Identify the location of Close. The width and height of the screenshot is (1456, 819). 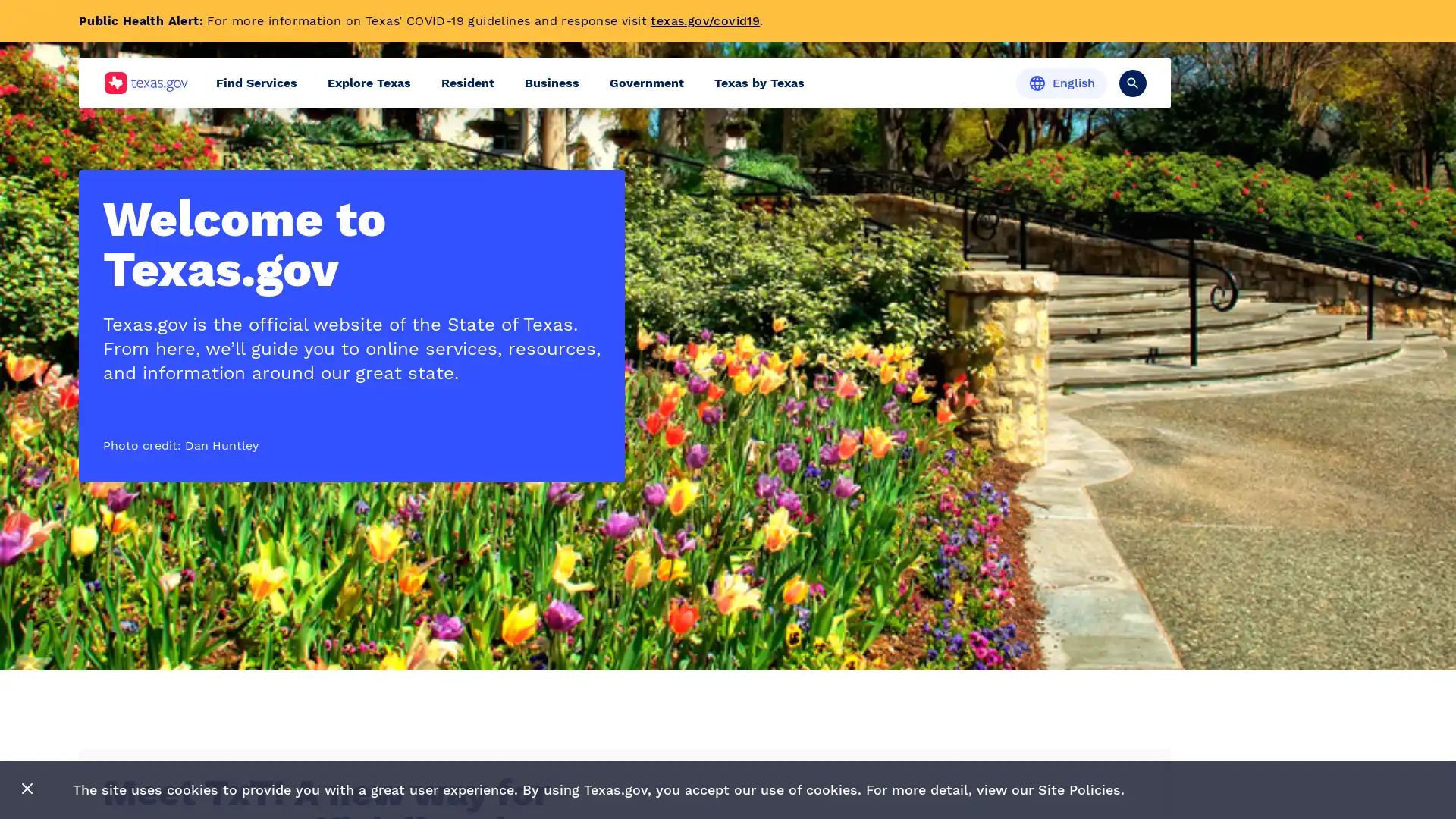
(27, 789).